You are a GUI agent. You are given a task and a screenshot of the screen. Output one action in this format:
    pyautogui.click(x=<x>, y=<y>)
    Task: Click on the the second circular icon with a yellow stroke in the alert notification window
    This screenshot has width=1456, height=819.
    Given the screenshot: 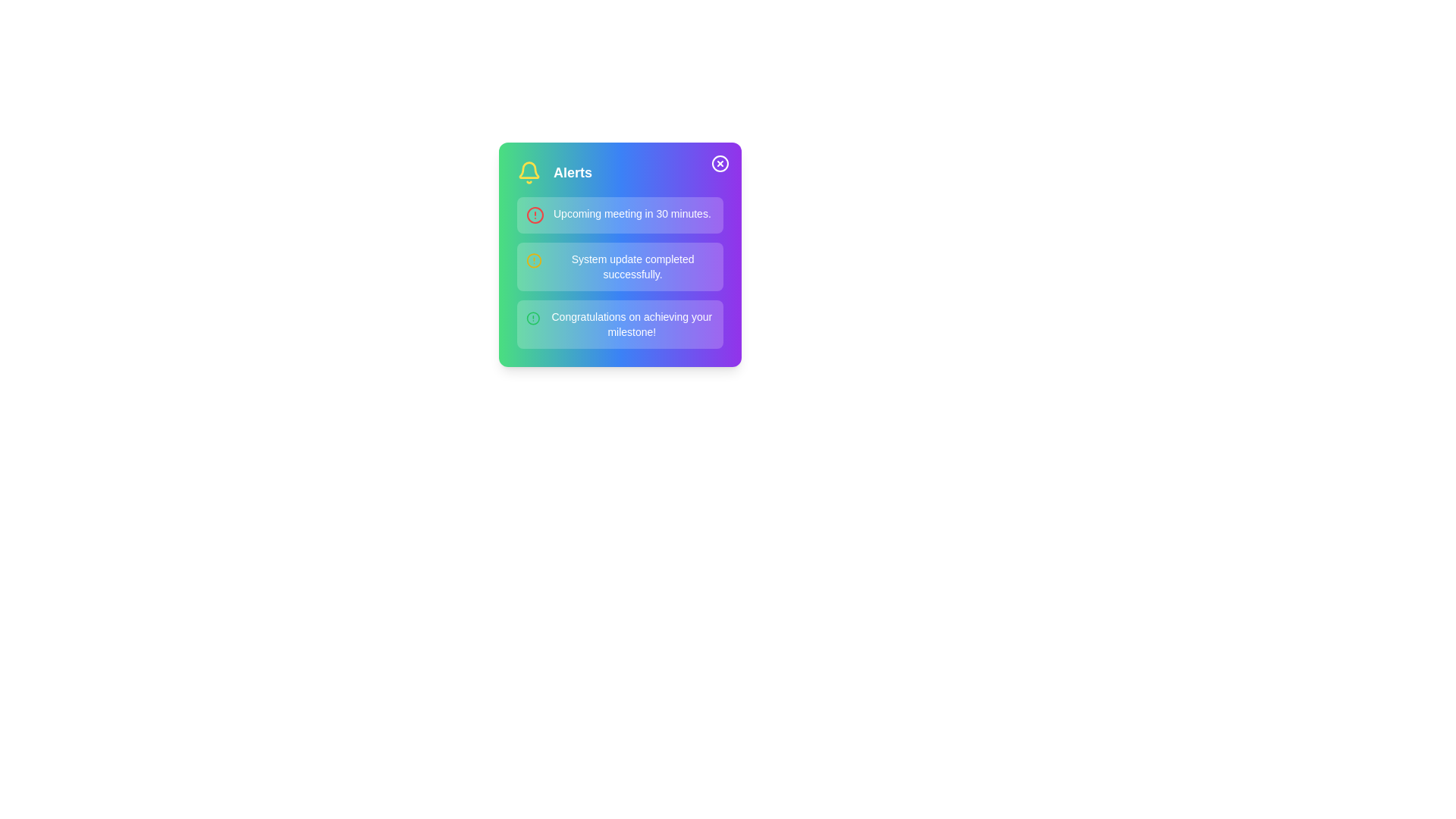 What is the action you would take?
    pyautogui.click(x=534, y=259)
    